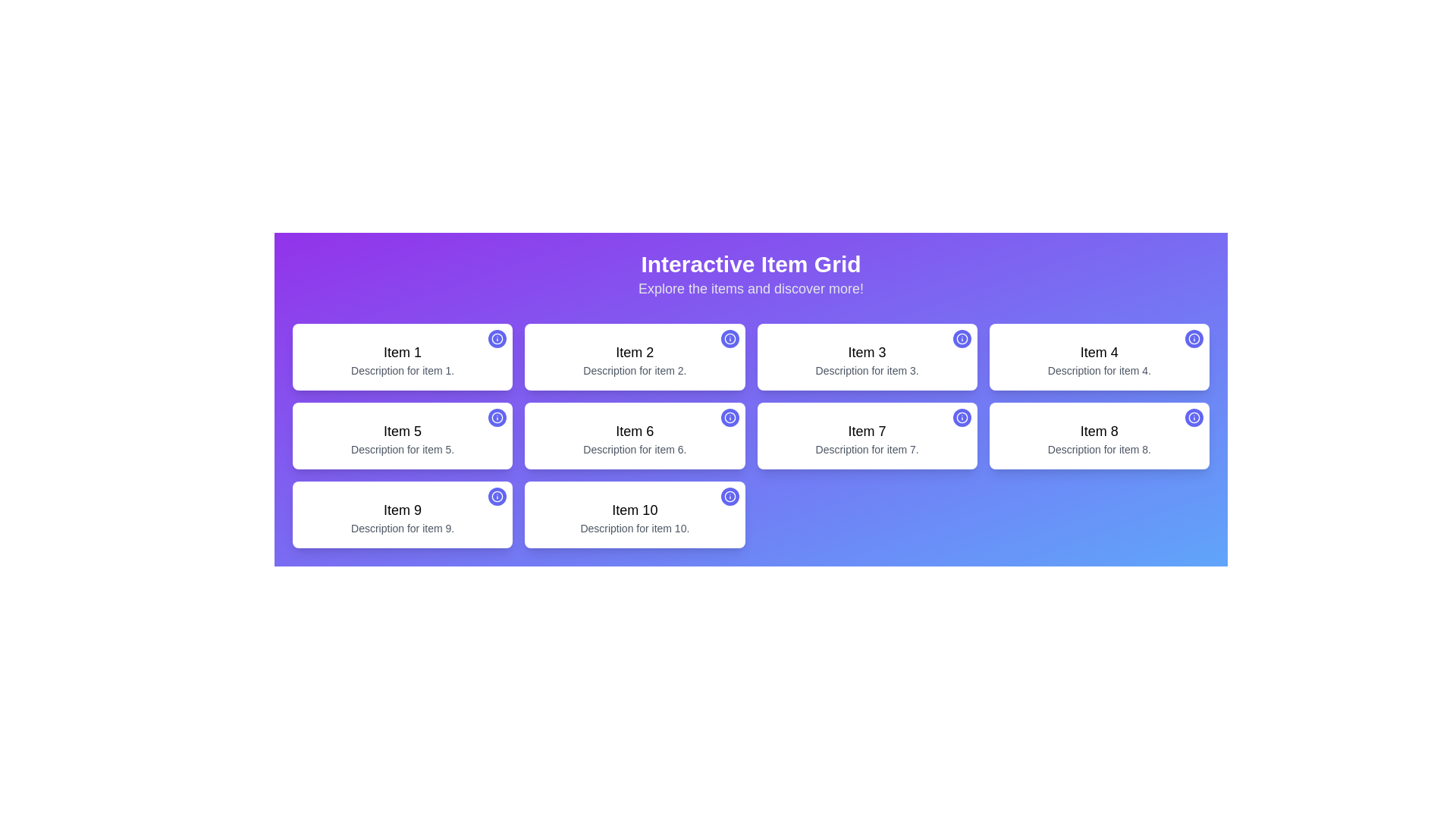  Describe the element at coordinates (403, 371) in the screenshot. I see `the descriptive text label that provides additional information about the 'Item 1' item in the grid, located beneath the 'Item 1' title text` at that location.